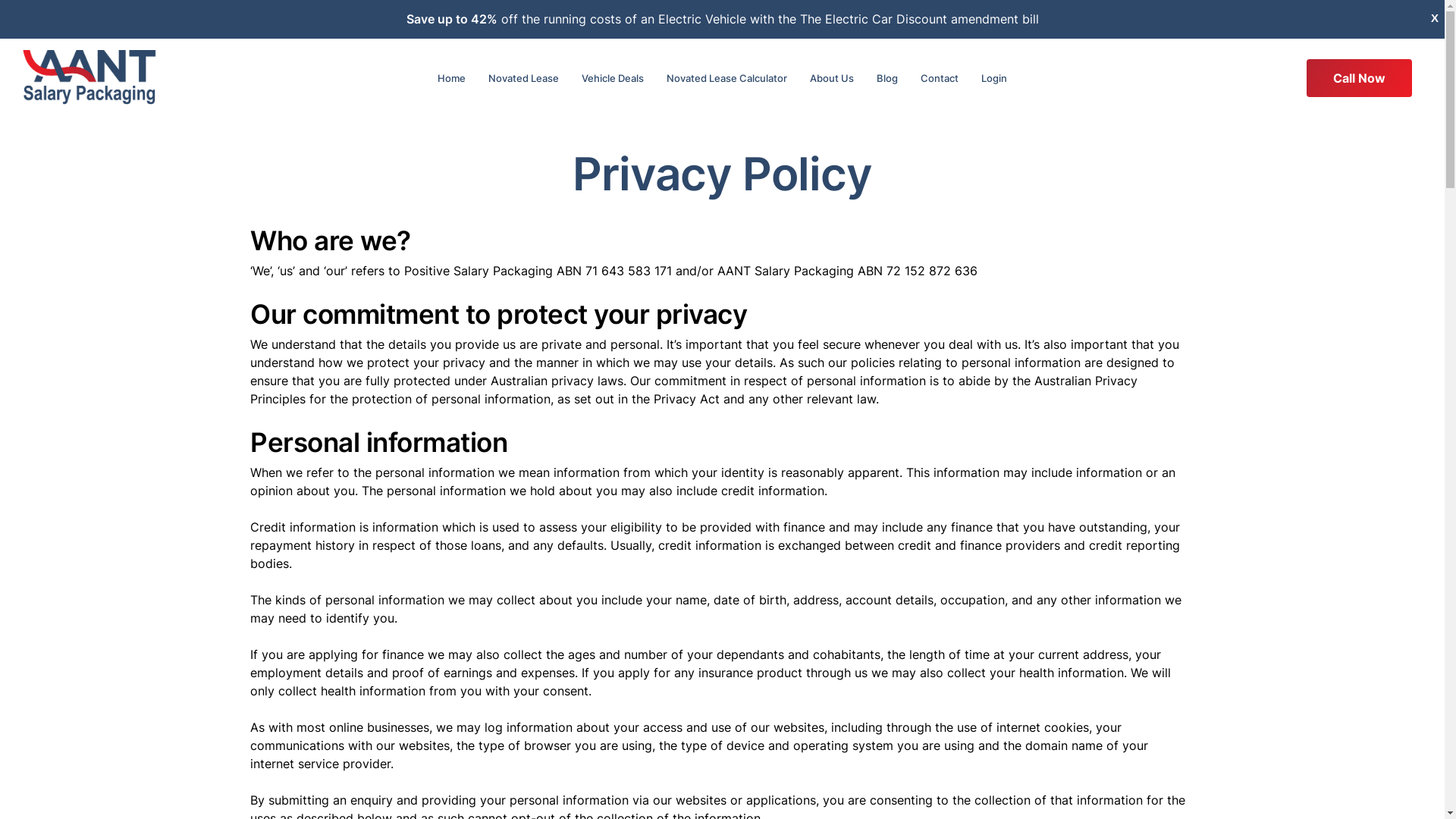 The width and height of the screenshot is (1456, 819). What do you see at coordinates (887, 78) in the screenshot?
I see `'Blog'` at bounding box center [887, 78].